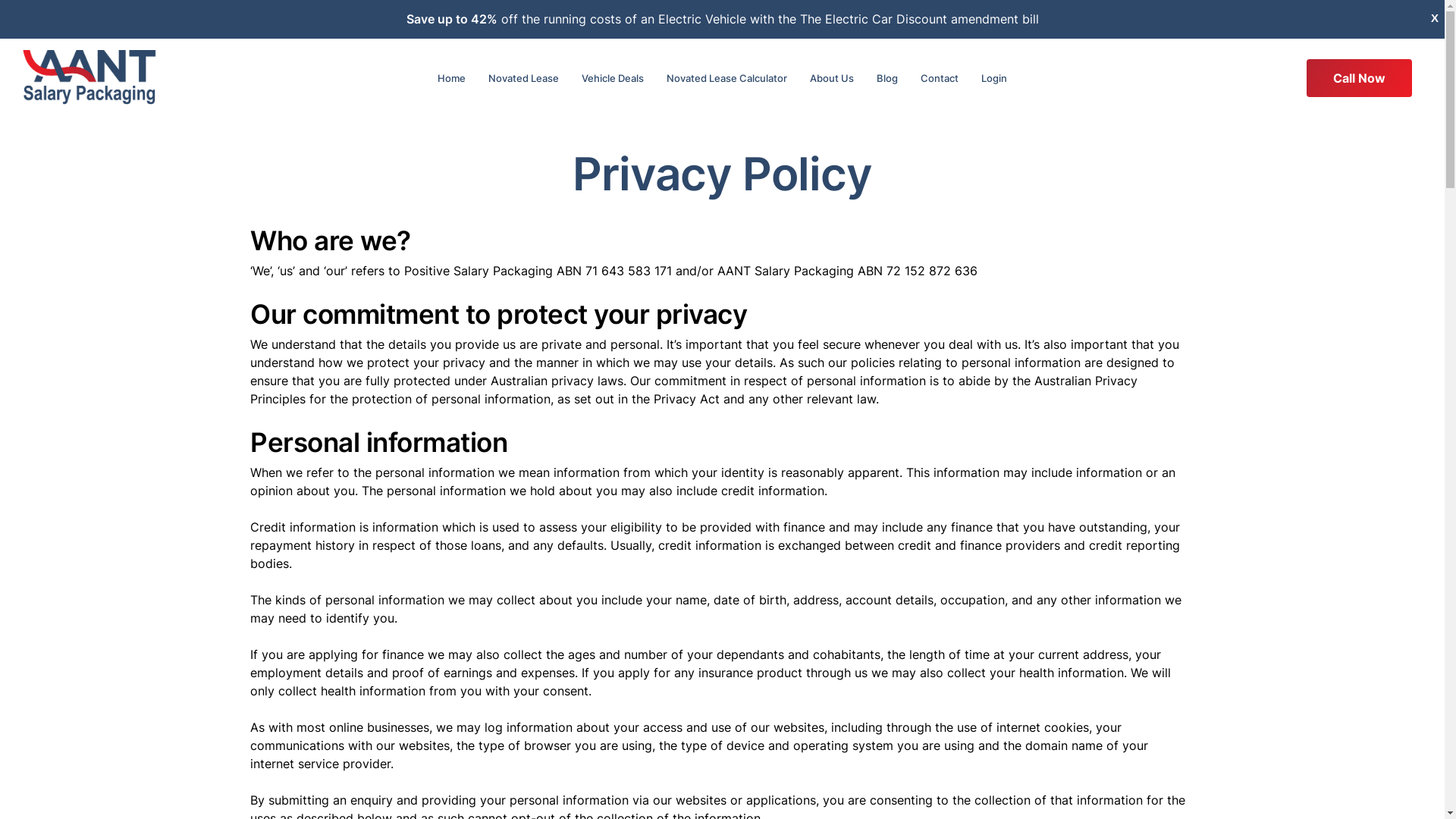 The width and height of the screenshot is (1456, 819). What do you see at coordinates (887, 78) in the screenshot?
I see `'Blog'` at bounding box center [887, 78].